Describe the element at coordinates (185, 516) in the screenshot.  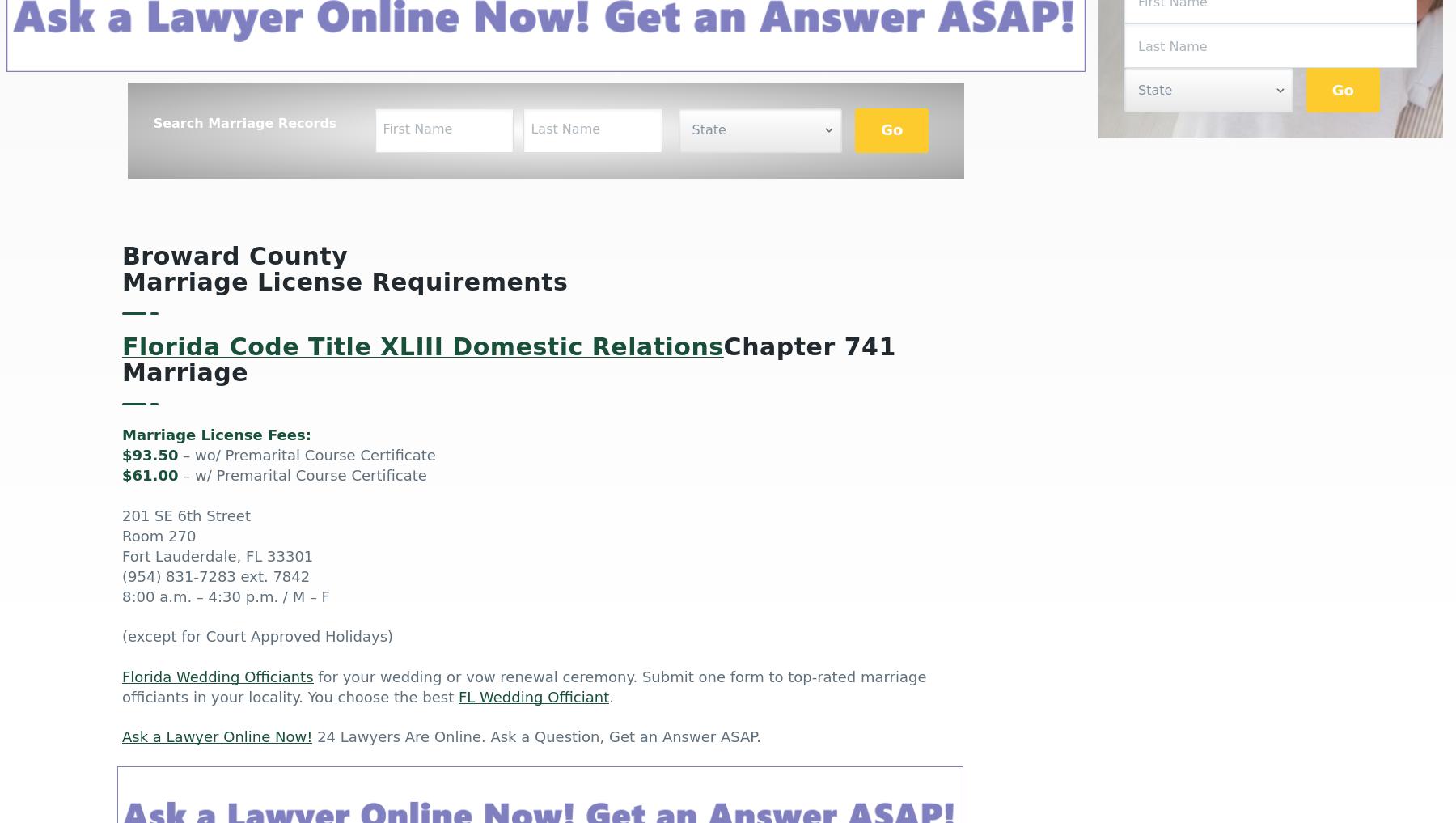
I see `'201 SE 6th Street'` at that location.